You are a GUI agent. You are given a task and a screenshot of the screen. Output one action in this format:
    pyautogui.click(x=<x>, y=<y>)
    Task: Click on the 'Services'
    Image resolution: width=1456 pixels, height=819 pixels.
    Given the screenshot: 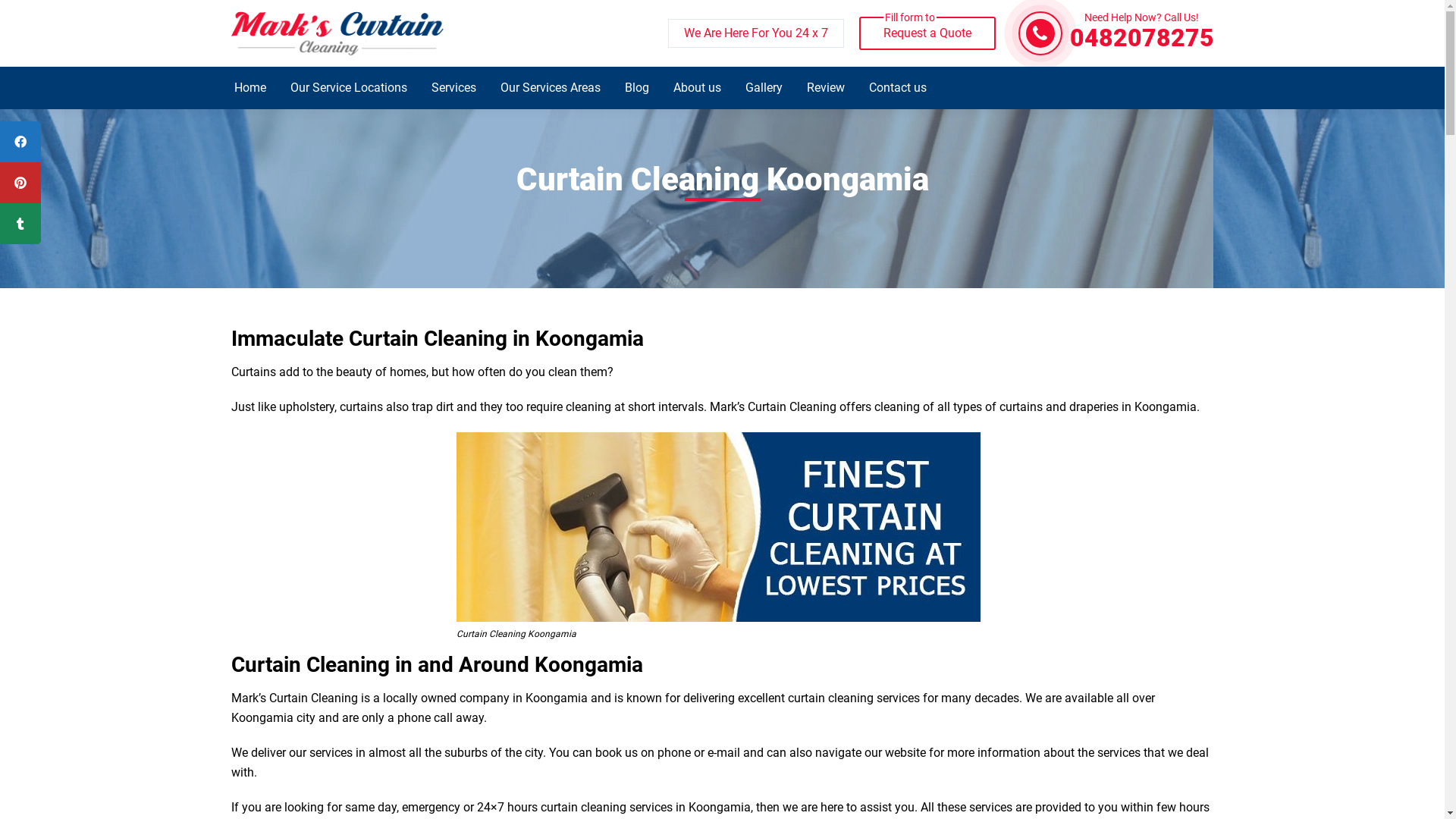 What is the action you would take?
    pyautogui.click(x=419, y=87)
    